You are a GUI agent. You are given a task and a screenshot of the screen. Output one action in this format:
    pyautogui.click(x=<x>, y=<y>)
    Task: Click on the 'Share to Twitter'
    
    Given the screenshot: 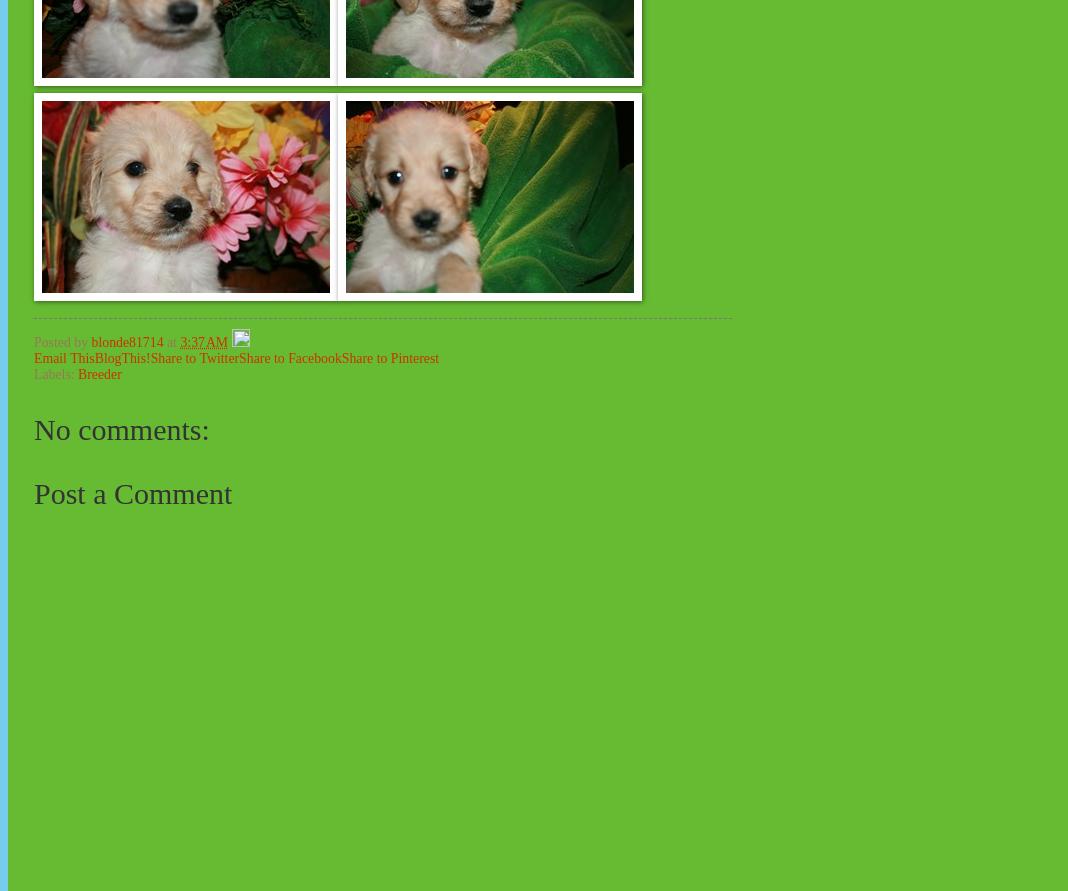 What is the action you would take?
    pyautogui.click(x=194, y=357)
    